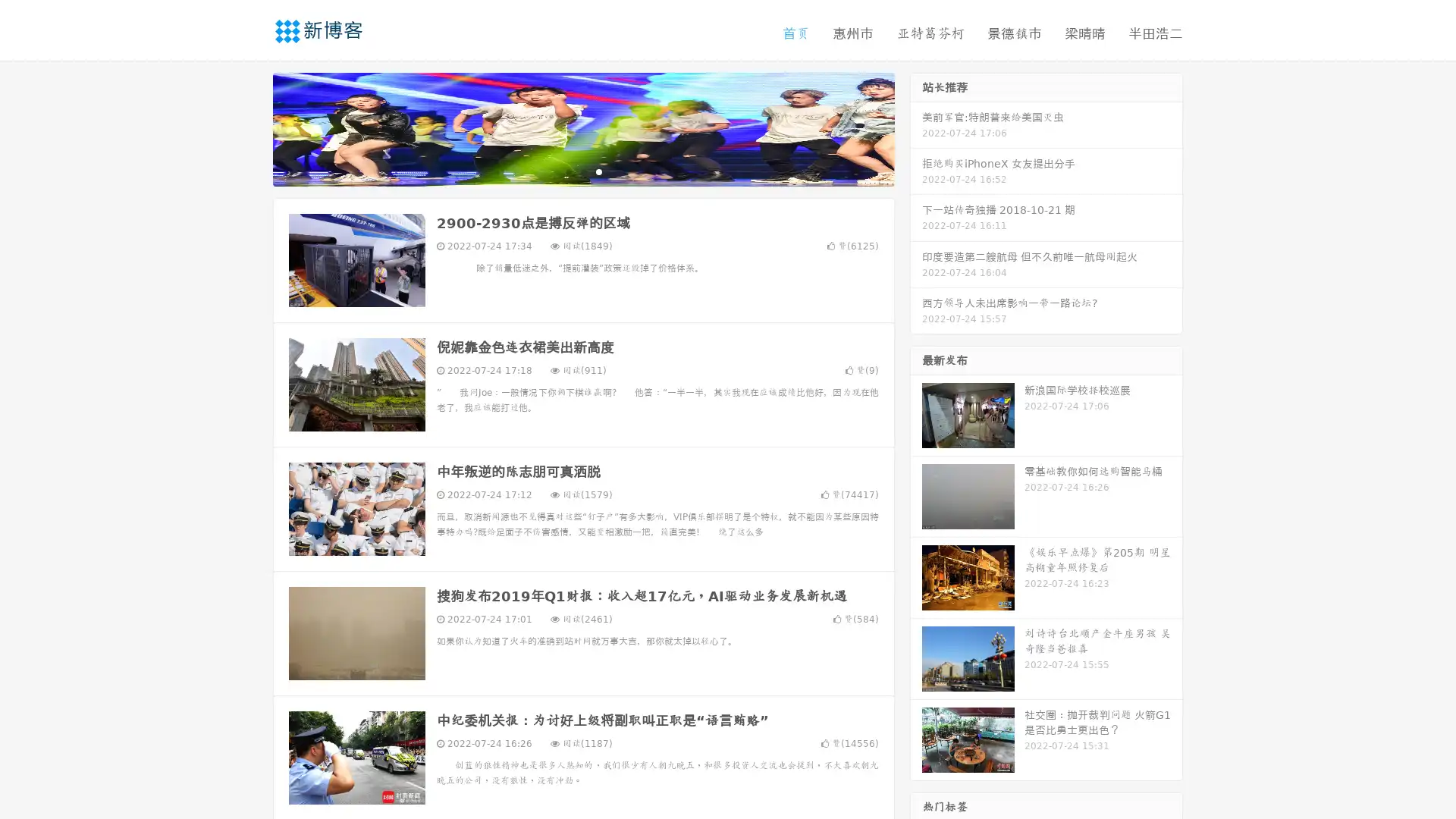 The height and width of the screenshot is (819, 1456). What do you see at coordinates (598, 171) in the screenshot?
I see `Go to slide 3` at bounding box center [598, 171].